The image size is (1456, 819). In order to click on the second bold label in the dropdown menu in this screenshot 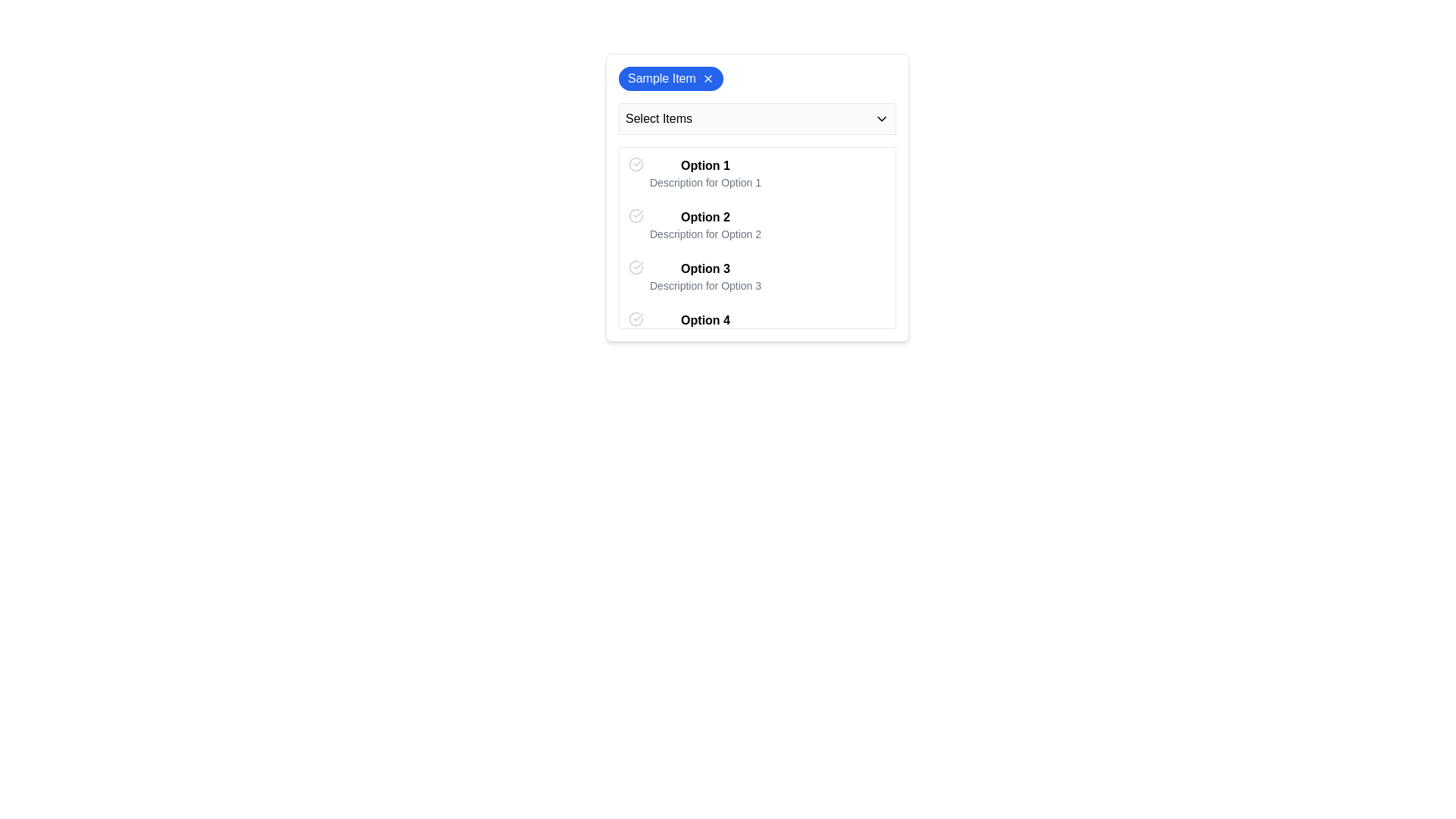, I will do `click(704, 217)`.